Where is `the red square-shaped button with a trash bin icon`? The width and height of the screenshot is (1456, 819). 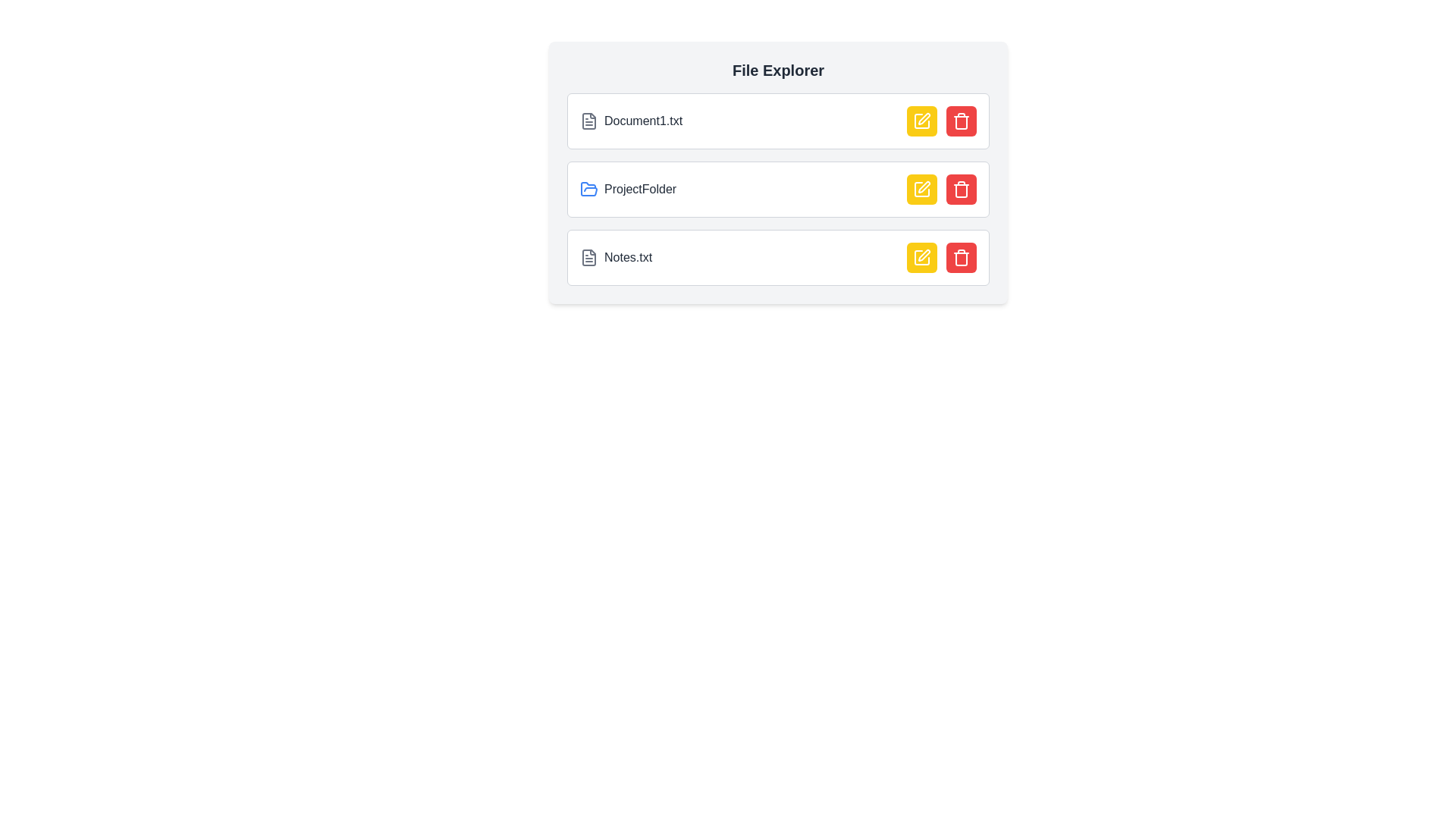 the red square-shaped button with a trash bin icon is located at coordinates (960, 256).